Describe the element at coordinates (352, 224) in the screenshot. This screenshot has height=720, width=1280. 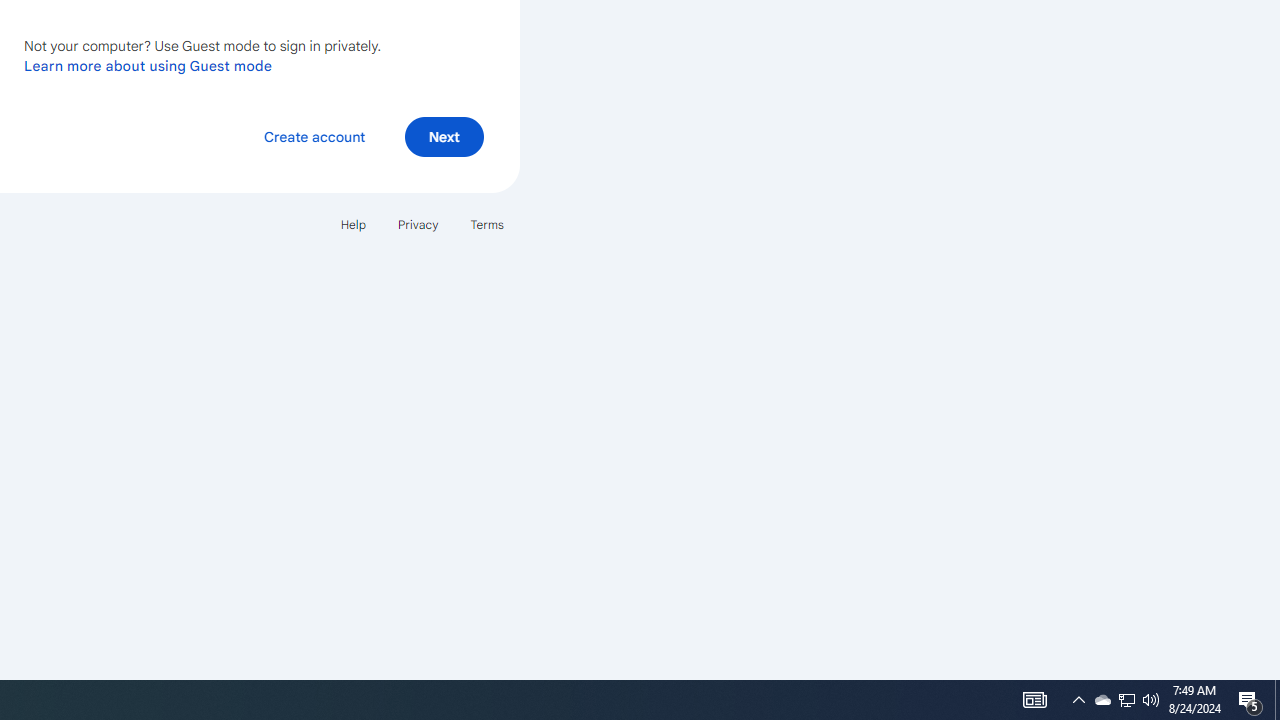
I see `'Help'` at that location.